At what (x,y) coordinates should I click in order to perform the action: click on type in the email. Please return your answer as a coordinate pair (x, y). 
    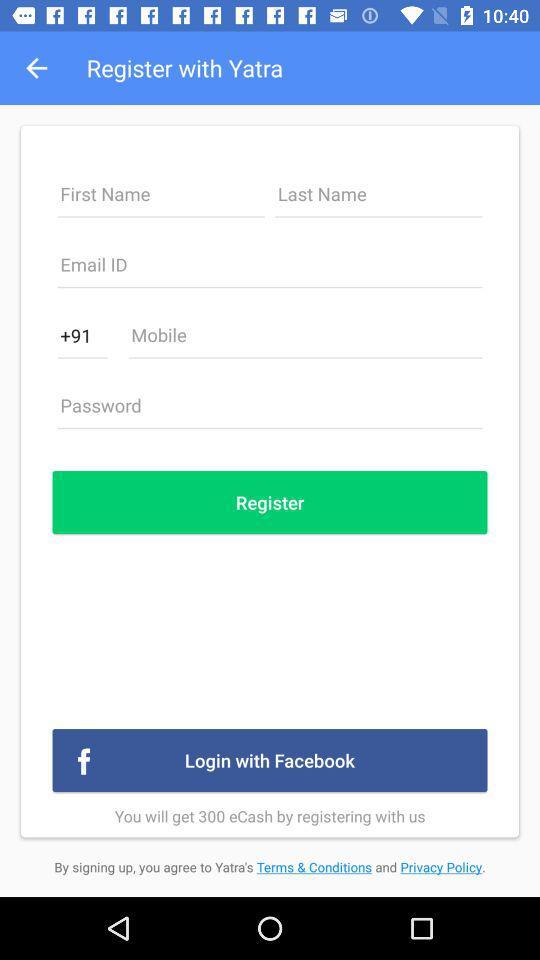
    Looking at the image, I should click on (270, 269).